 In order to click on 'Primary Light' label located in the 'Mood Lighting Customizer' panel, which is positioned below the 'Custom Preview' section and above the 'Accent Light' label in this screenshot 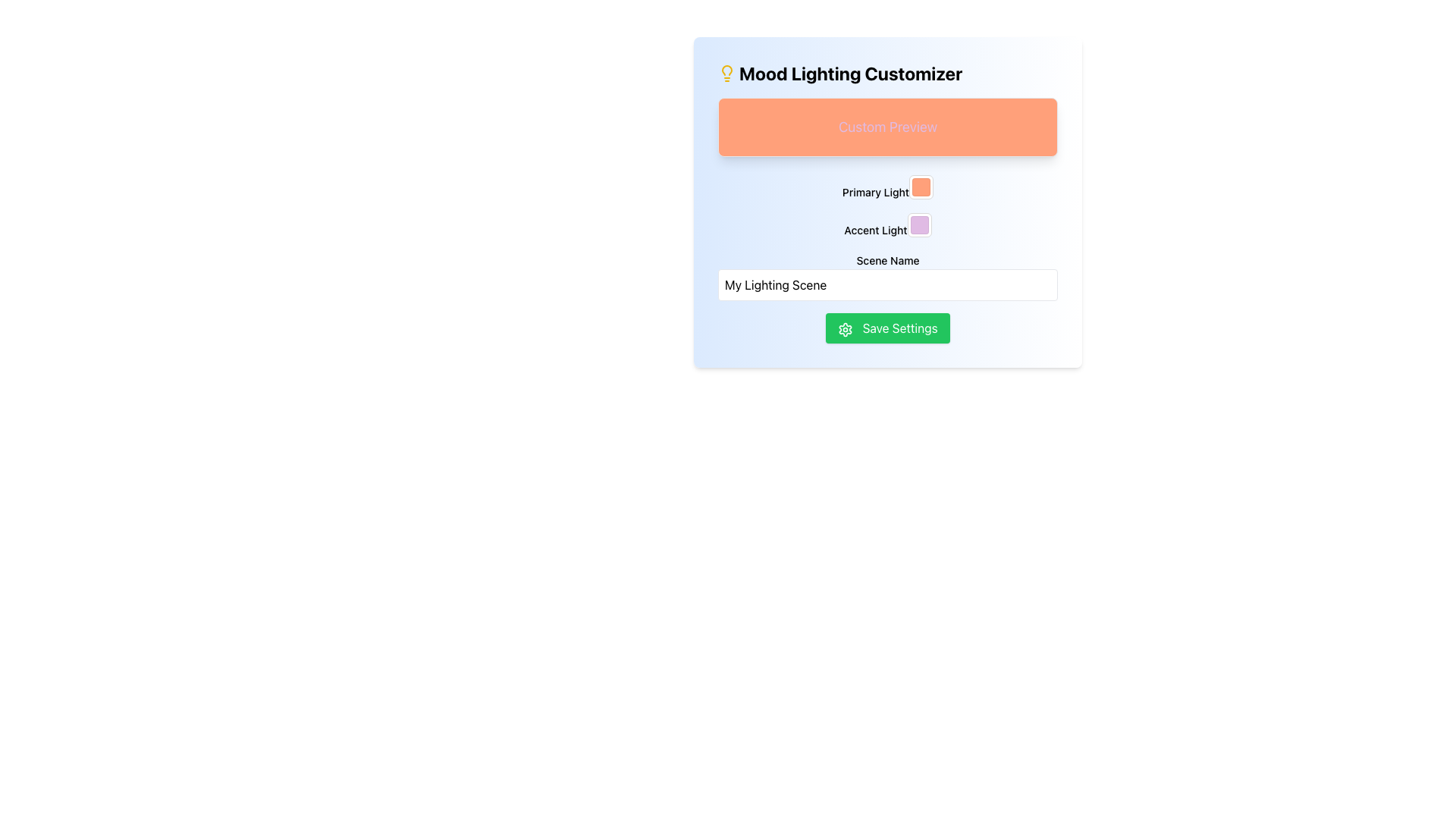, I will do `click(888, 187)`.